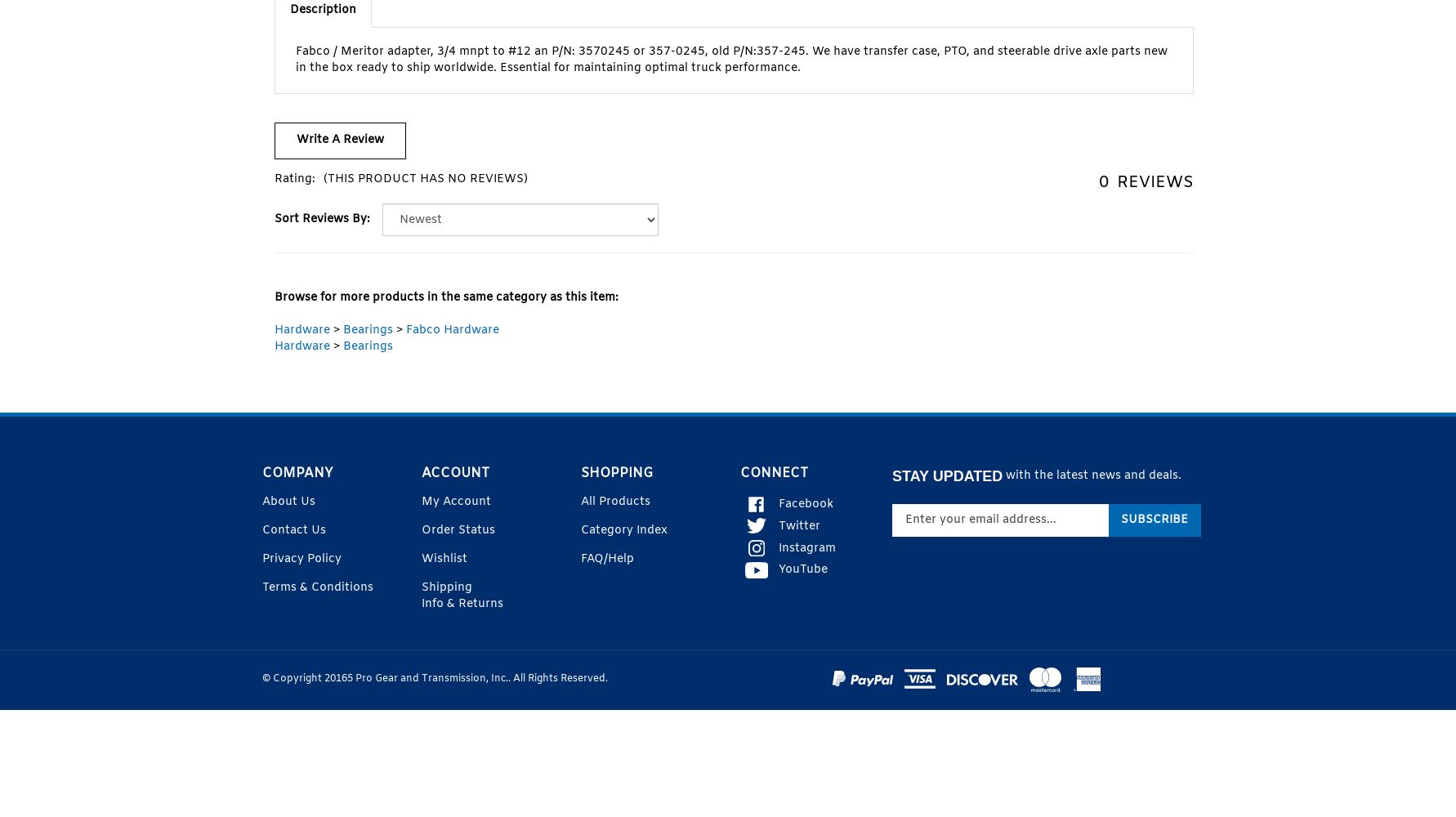 This screenshot has height=817, width=1456. I want to click on 'Twitter', so click(779, 525).